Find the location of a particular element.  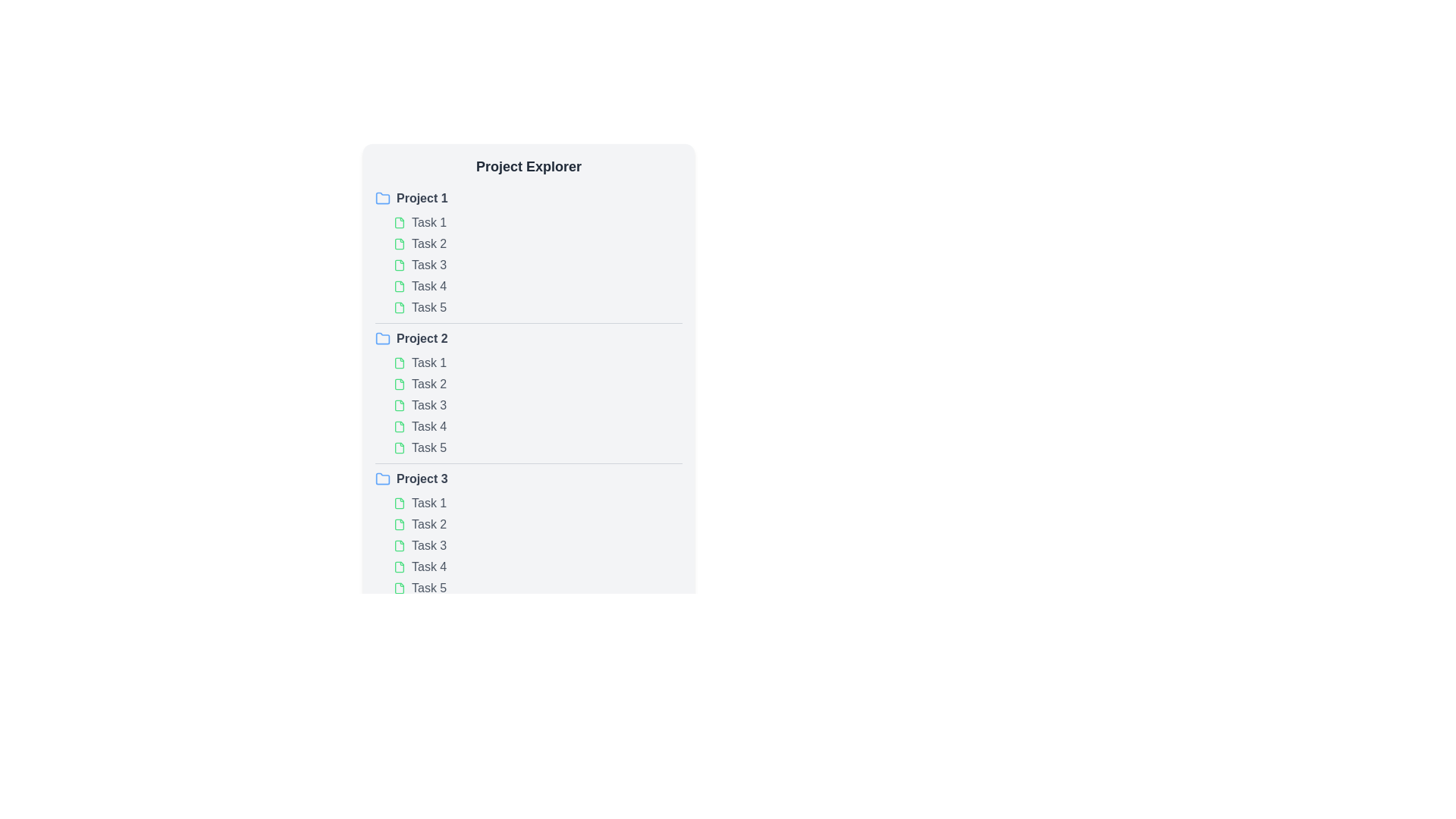

the green-outlined file icon that is positioned to the left of the text label 'Task 3' is located at coordinates (400, 546).